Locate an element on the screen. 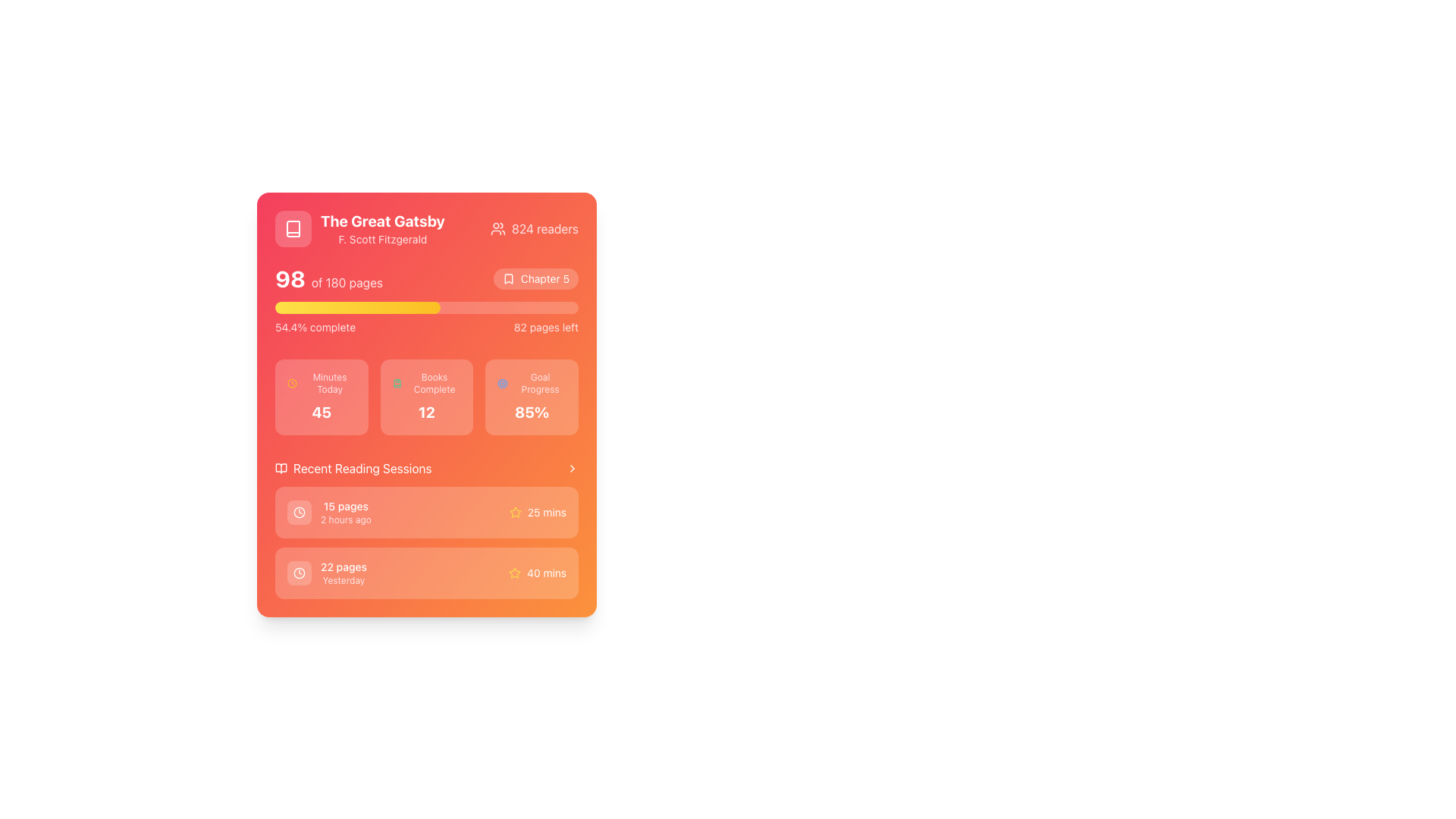 This screenshot has width=1456, height=819. the decorative book icon located in the upper left section of the card module, adjacent to the title 'The Great Gatsby' and the author's name is located at coordinates (281, 467).